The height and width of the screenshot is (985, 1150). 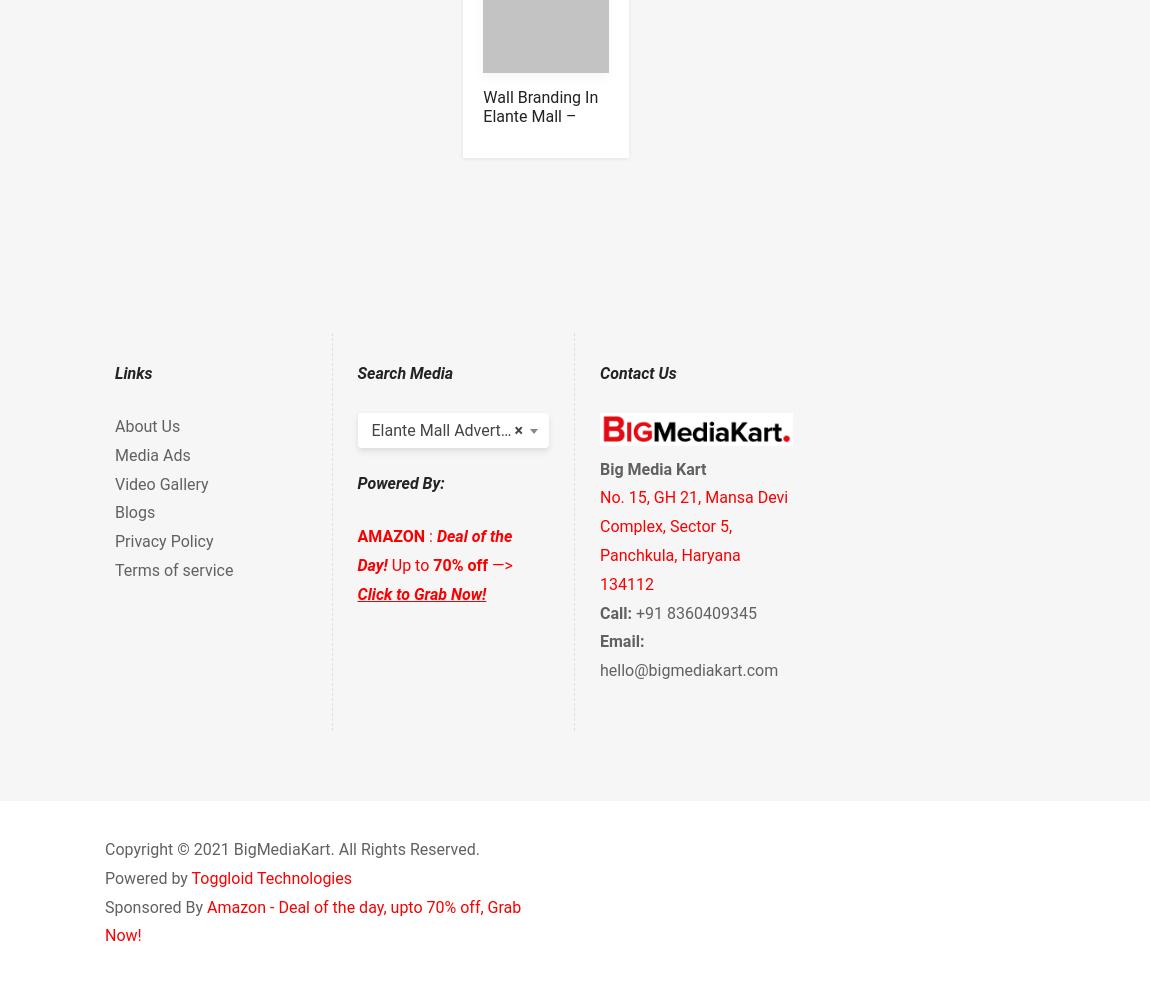 I want to click on 'Links', so click(x=114, y=372).